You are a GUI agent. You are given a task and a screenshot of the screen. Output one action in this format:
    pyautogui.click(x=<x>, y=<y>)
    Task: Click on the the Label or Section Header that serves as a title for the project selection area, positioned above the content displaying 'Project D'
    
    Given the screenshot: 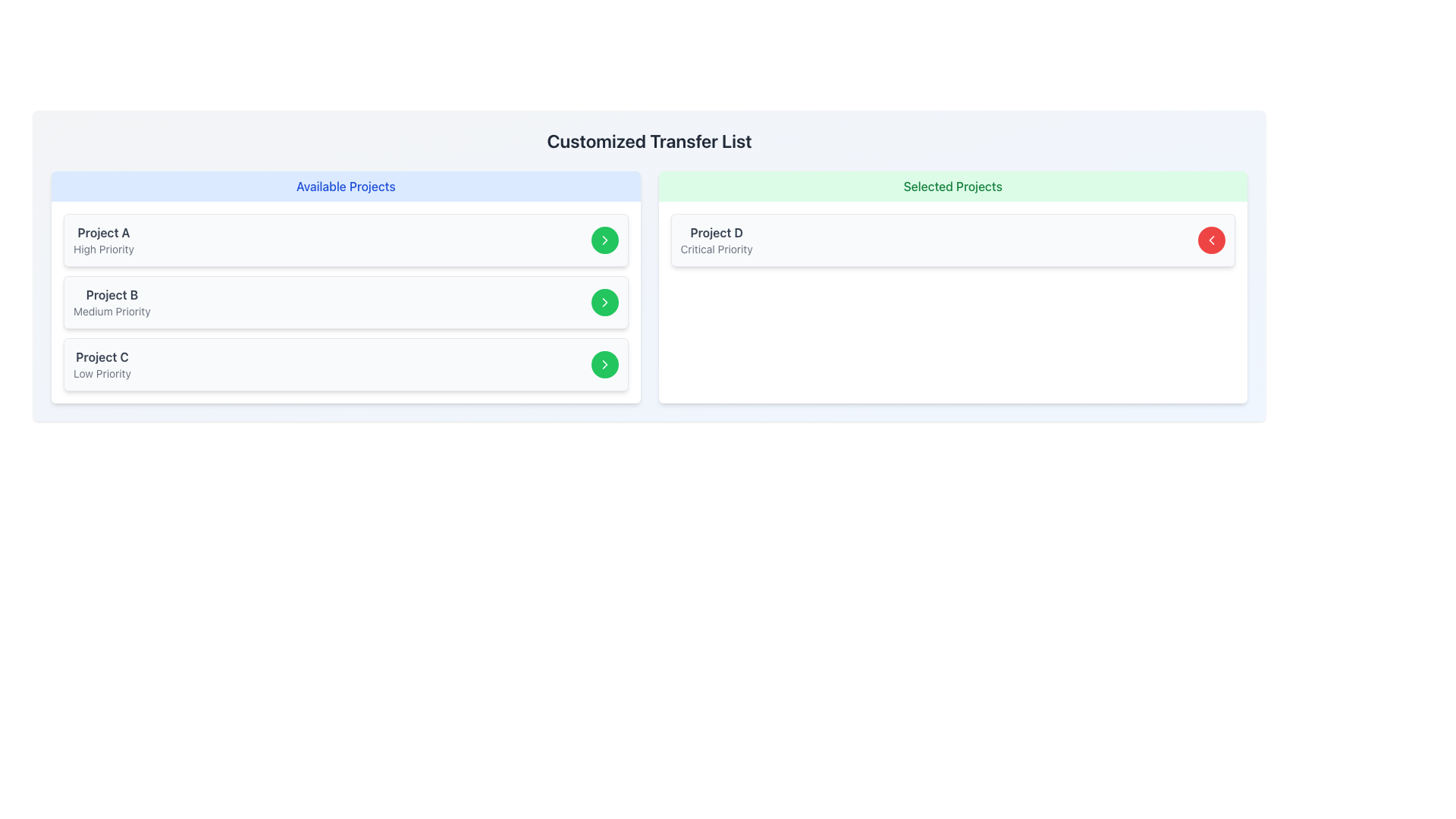 What is the action you would take?
    pyautogui.click(x=952, y=186)
    